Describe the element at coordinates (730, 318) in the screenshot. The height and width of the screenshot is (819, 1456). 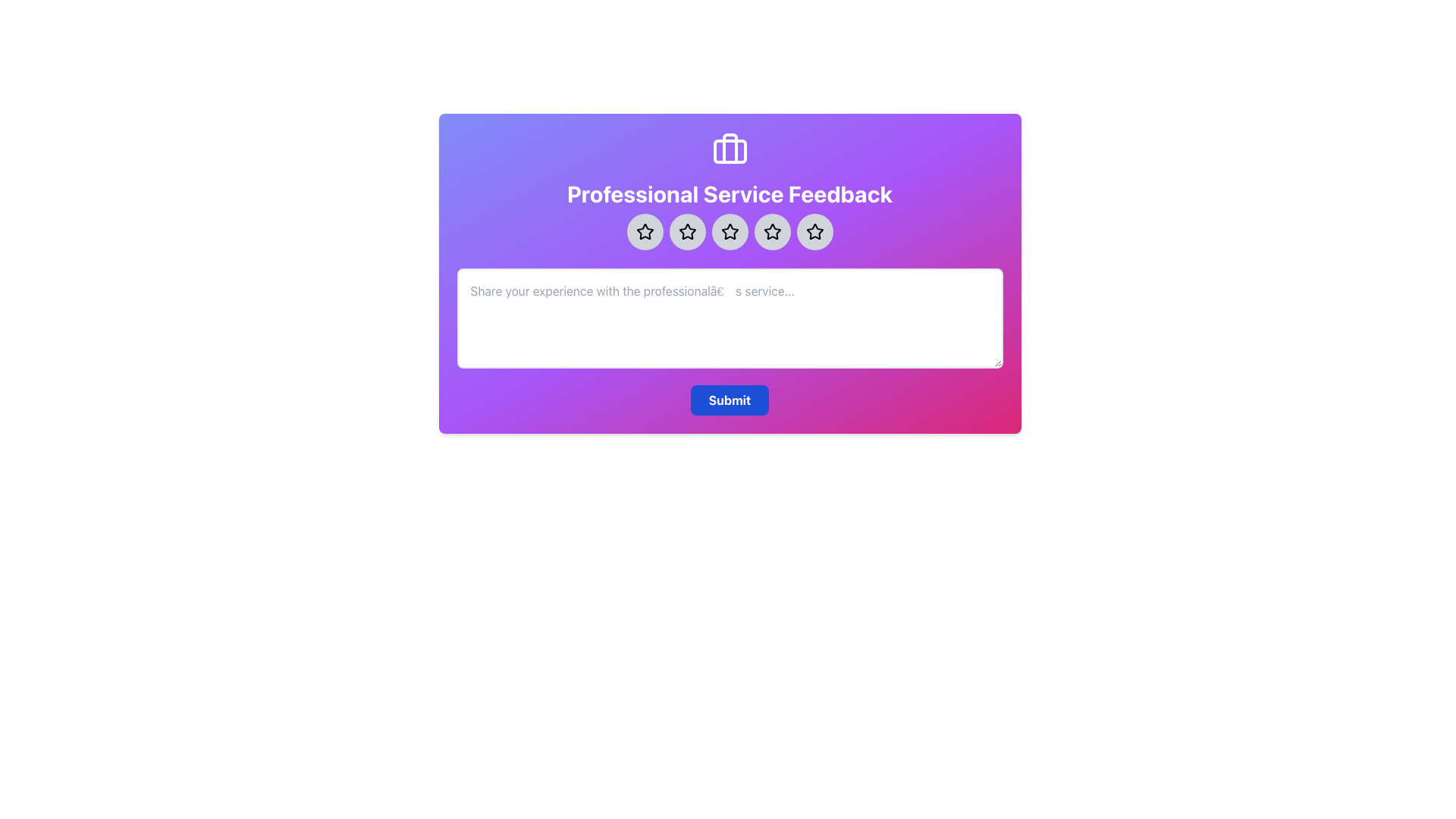
I see `the text in the multiline Text Input Area located below the star rating icons and above the blue 'Submit' button in the feedback form` at that location.